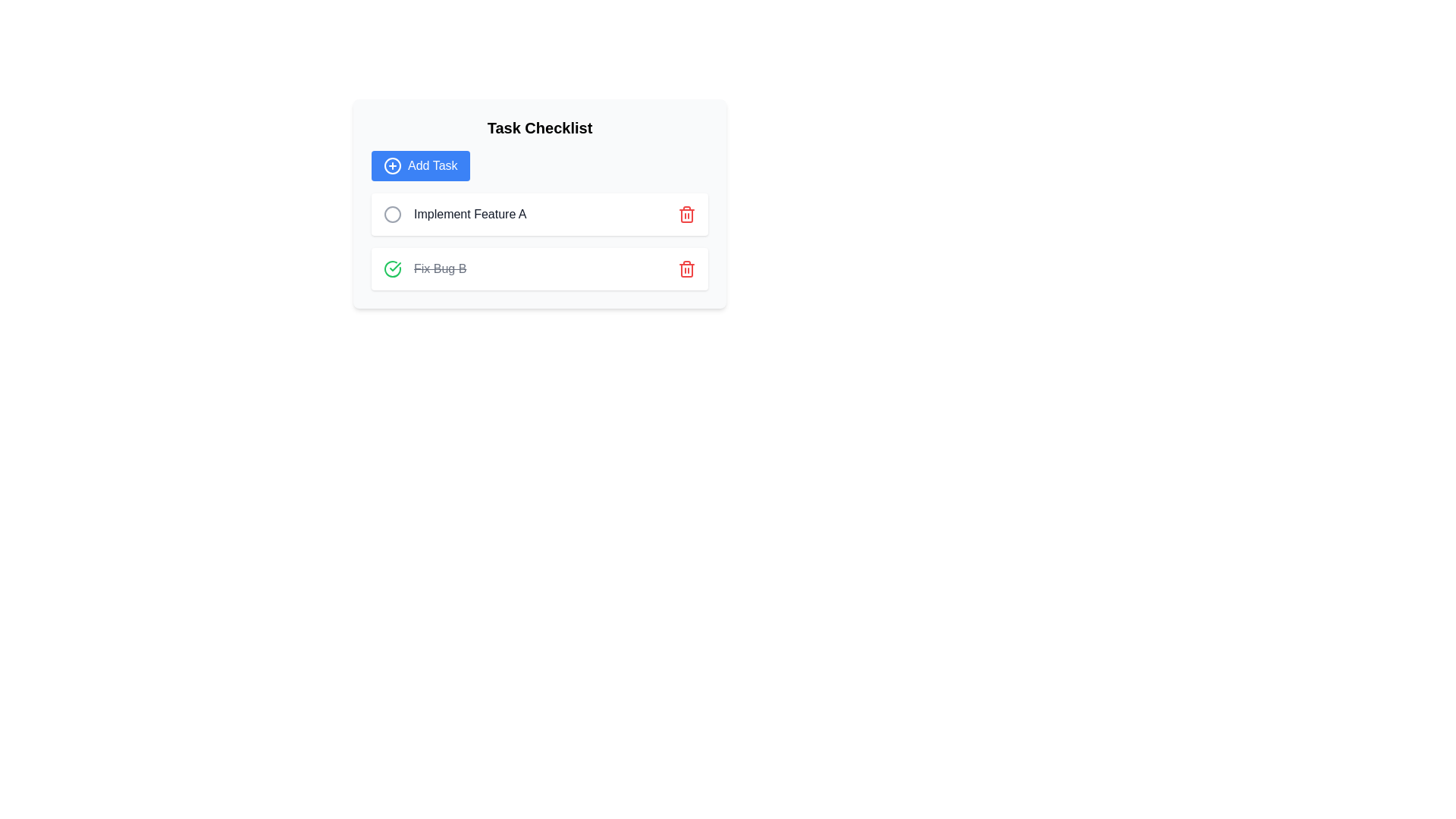 The image size is (1456, 819). I want to click on the 'Add Task' icon, which visually represents the action of adding a new task, located on the left side of the 'Add Task' button, so click(393, 166).